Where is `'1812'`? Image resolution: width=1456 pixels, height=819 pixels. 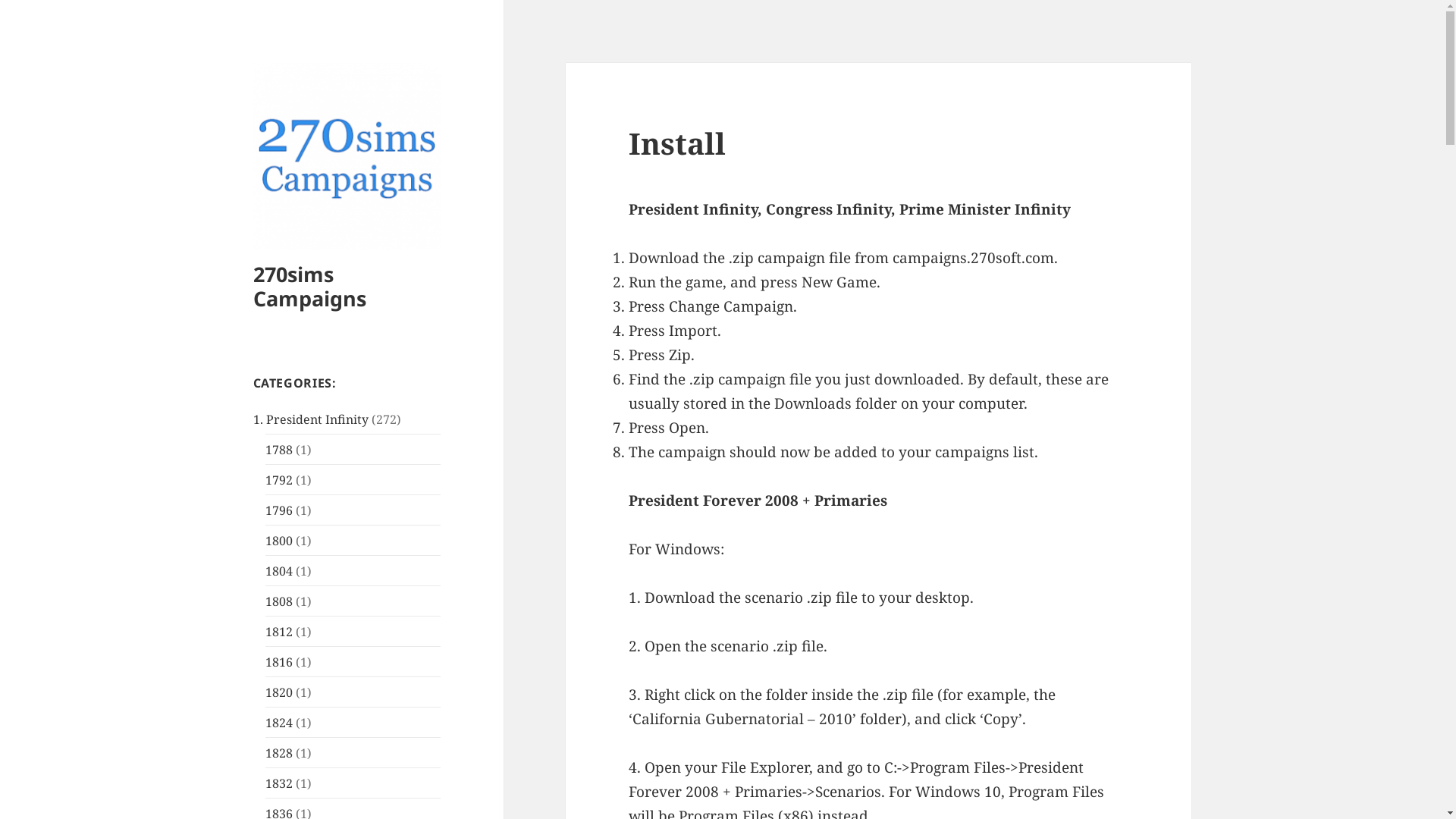
'1812' is located at coordinates (279, 632).